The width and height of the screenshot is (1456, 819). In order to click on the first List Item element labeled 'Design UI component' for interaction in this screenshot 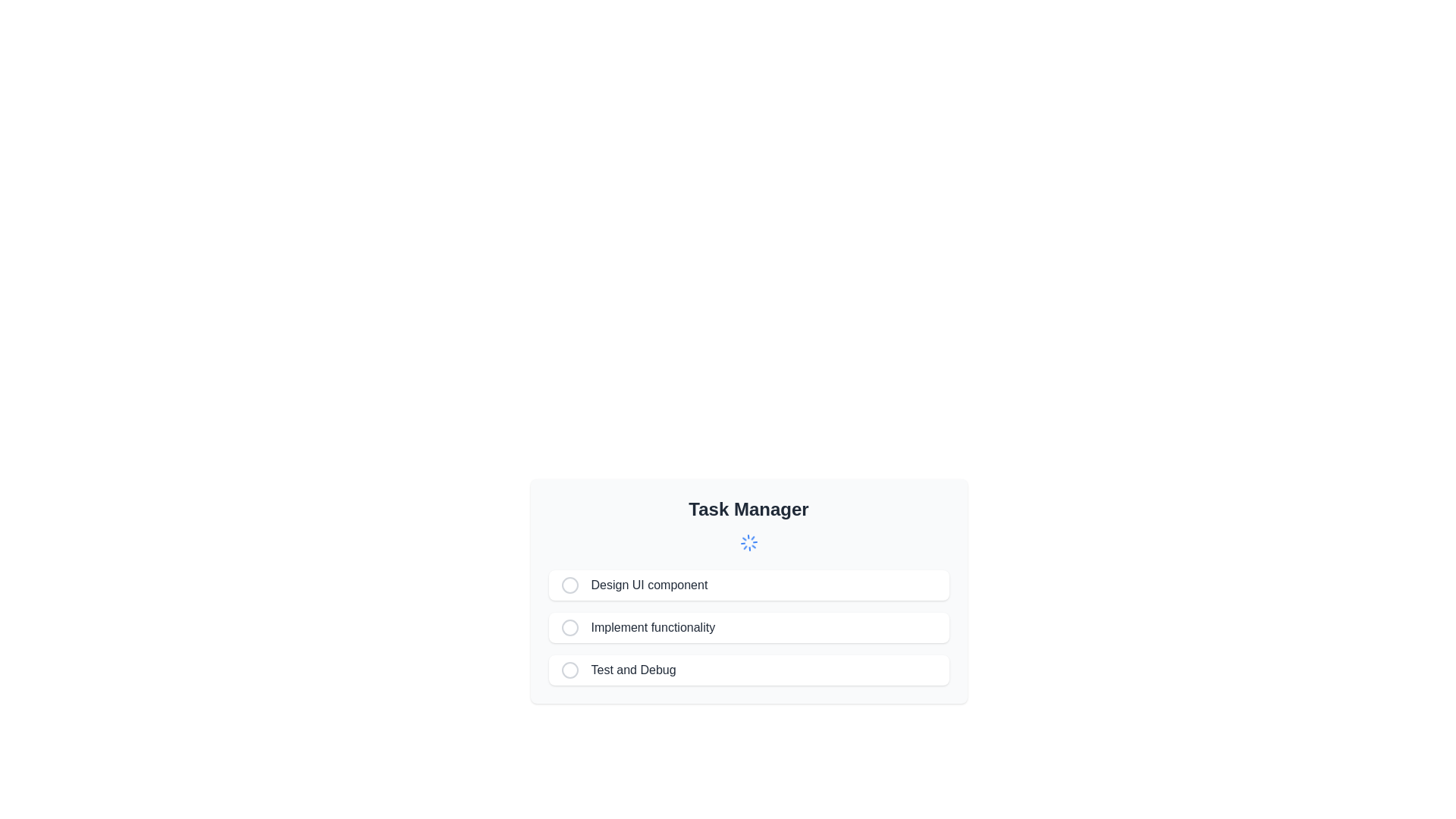, I will do `click(748, 584)`.